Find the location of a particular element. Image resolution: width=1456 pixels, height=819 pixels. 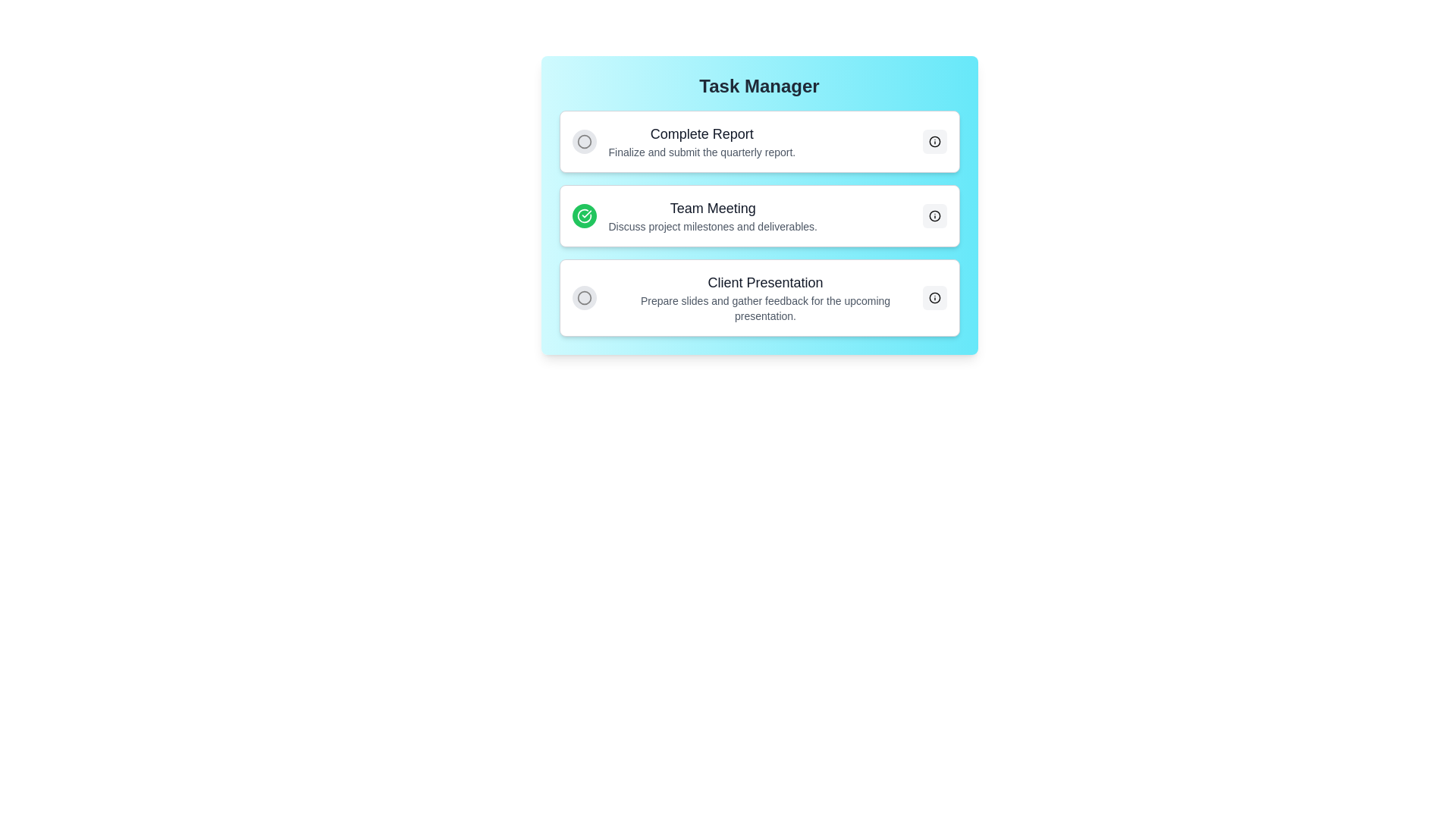

the label providing supplementary details about the 'Team Meeting' task, which is positioned beneath the title and is the second task in the vertical order is located at coordinates (712, 227).